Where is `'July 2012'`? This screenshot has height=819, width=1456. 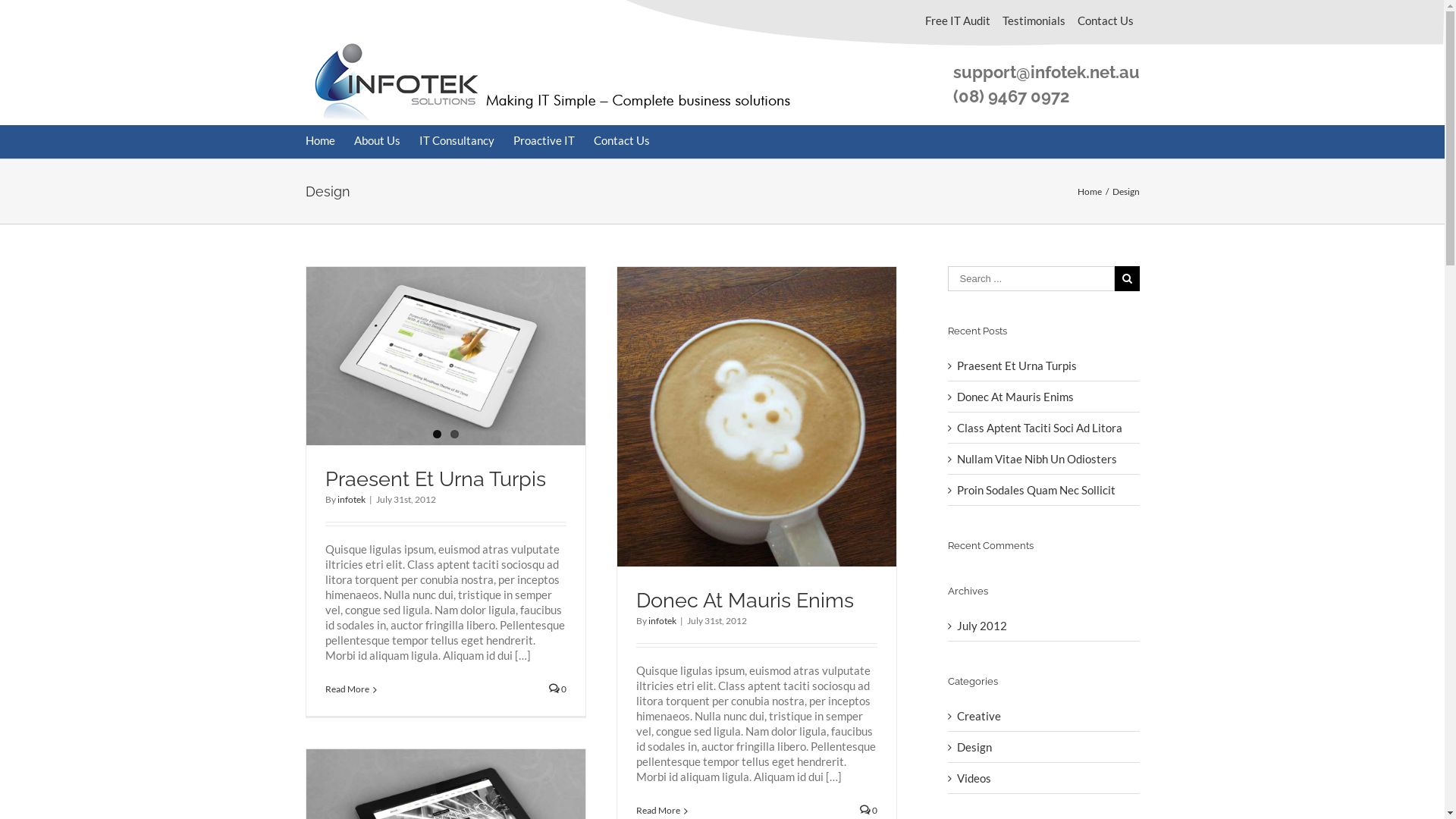 'July 2012' is located at coordinates (982, 626).